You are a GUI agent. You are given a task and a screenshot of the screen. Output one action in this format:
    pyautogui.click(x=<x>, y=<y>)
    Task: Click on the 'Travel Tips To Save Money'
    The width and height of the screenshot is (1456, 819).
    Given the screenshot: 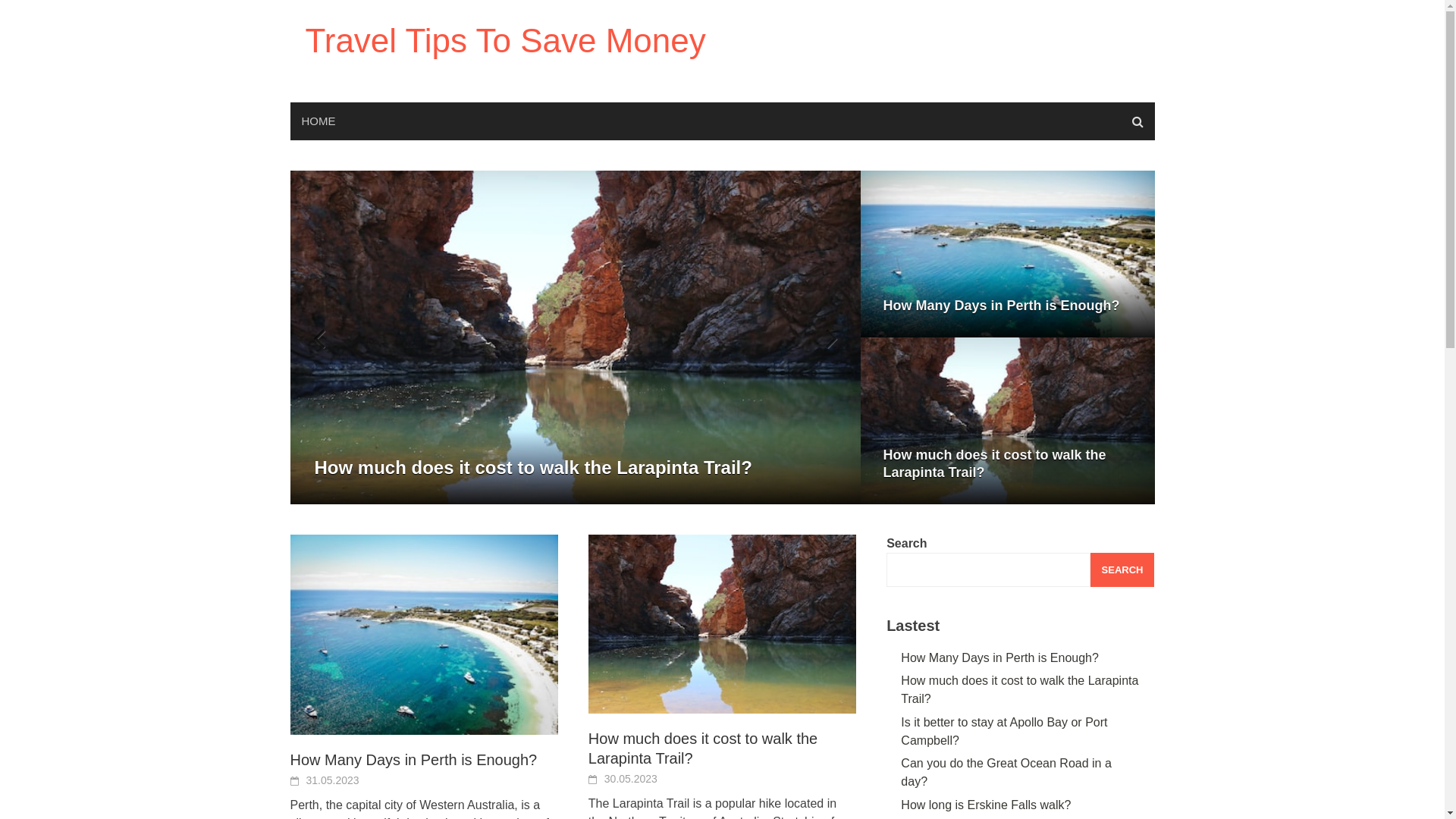 What is the action you would take?
    pyautogui.click(x=505, y=39)
    